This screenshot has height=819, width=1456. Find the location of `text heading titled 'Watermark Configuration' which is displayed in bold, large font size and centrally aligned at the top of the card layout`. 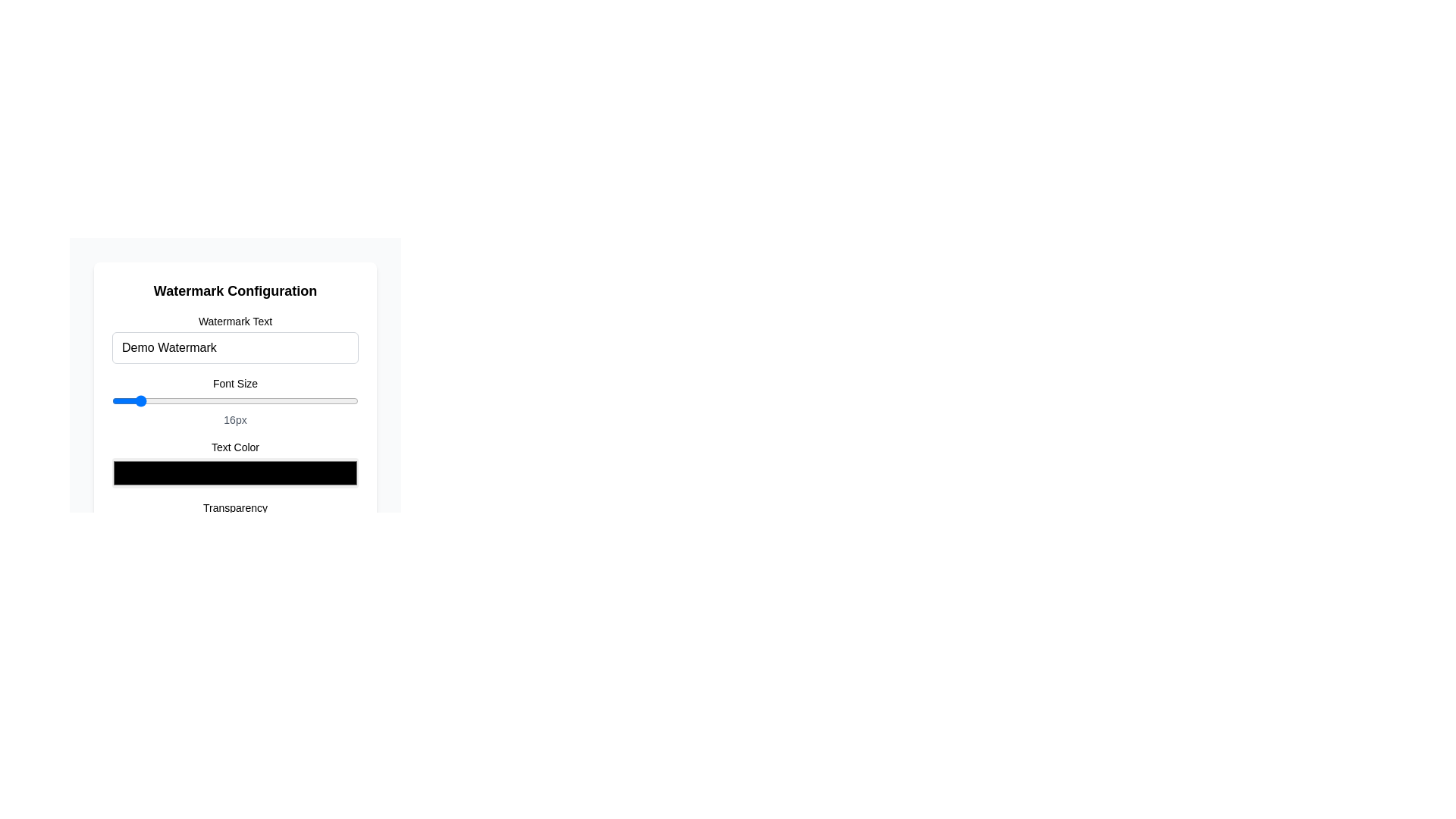

text heading titled 'Watermark Configuration' which is displayed in bold, large font size and centrally aligned at the top of the card layout is located at coordinates (234, 291).